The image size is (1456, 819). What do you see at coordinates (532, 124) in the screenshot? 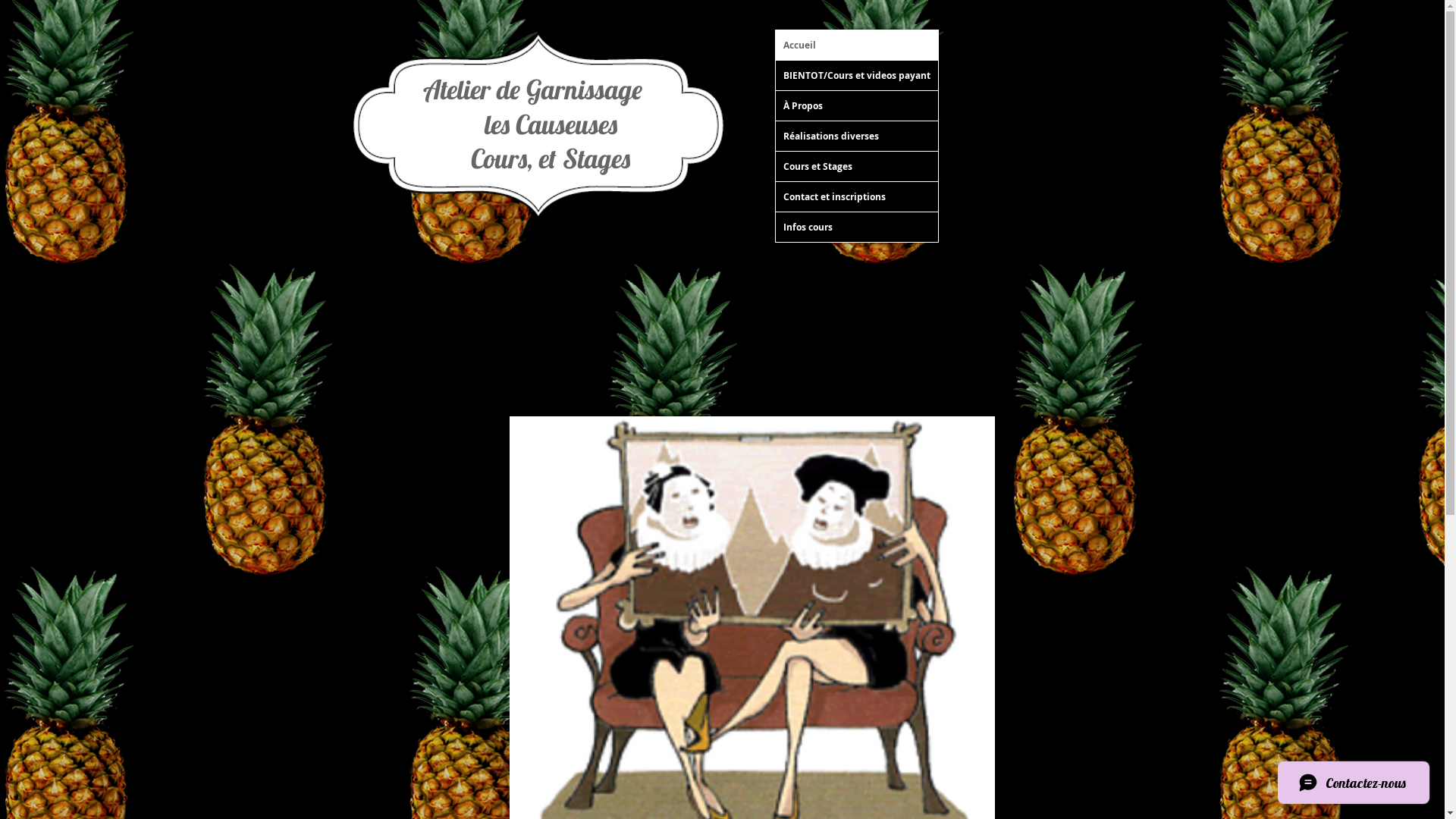
I see `'      les Causeuses'` at bounding box center [532, 124].